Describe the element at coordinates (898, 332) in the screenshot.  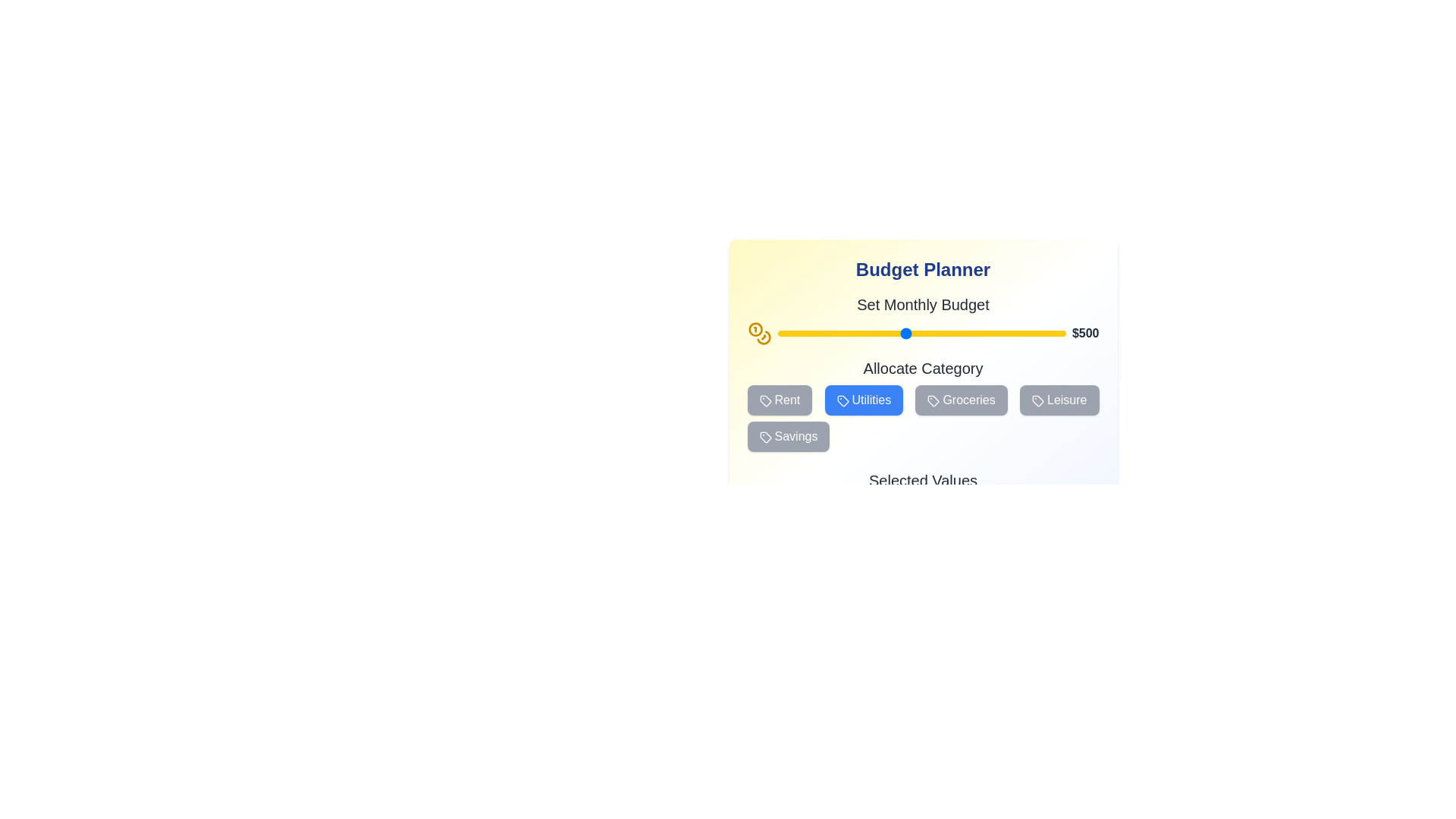
I see `the budget slider` at that location.